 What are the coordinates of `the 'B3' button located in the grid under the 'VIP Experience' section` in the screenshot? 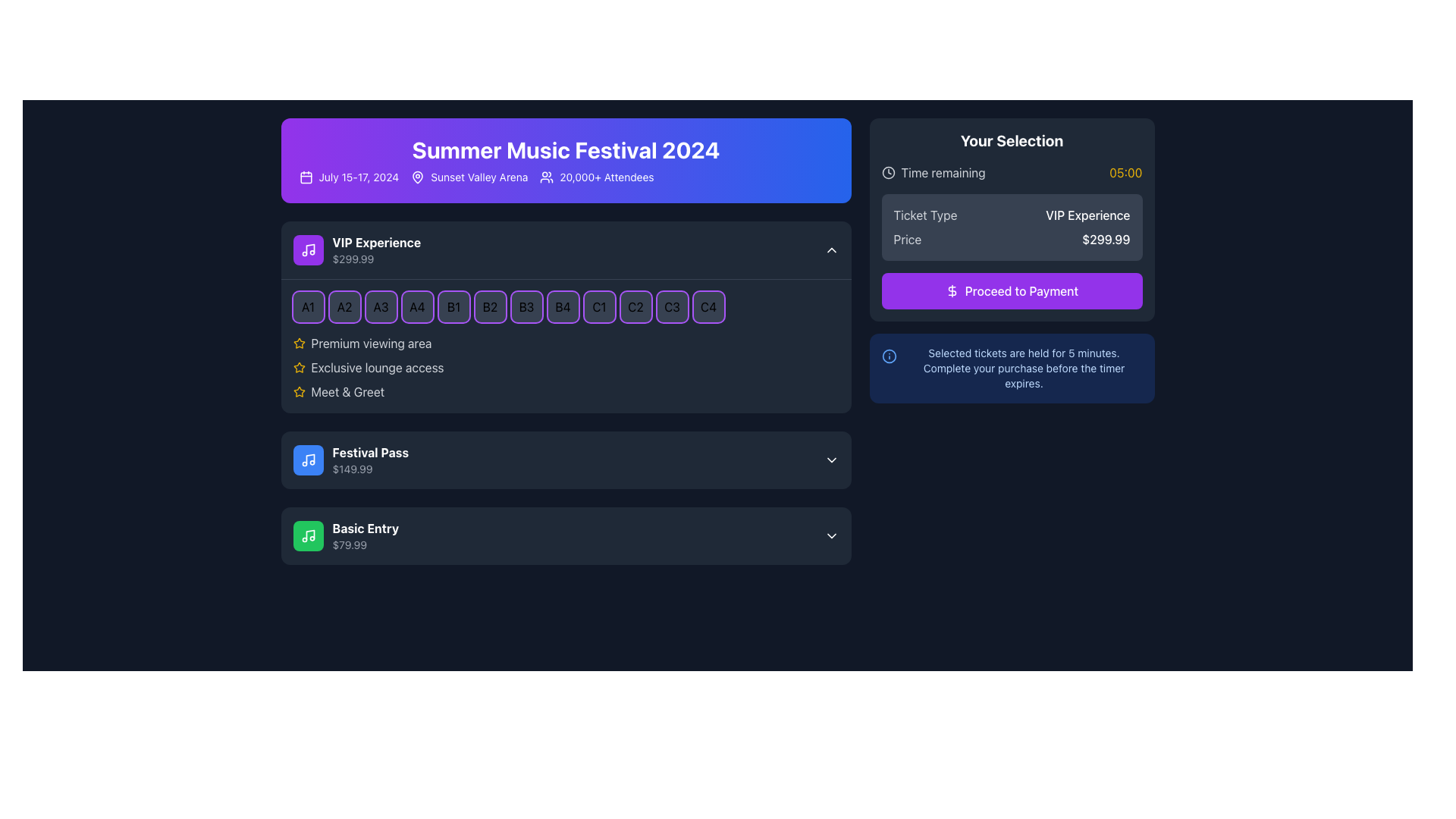 It's located at (526, 307).